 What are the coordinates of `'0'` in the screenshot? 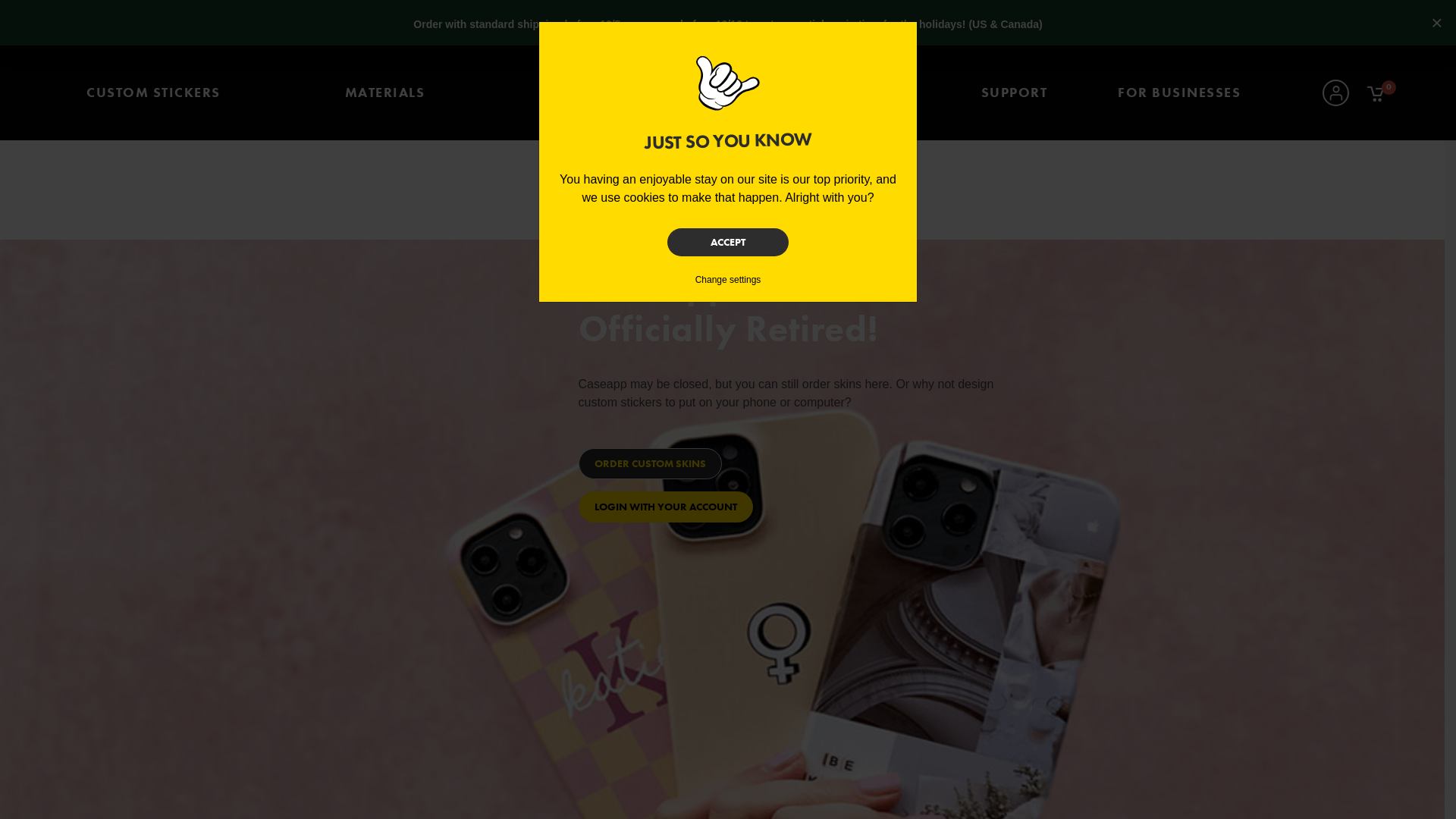 It's located at (1376, 93).